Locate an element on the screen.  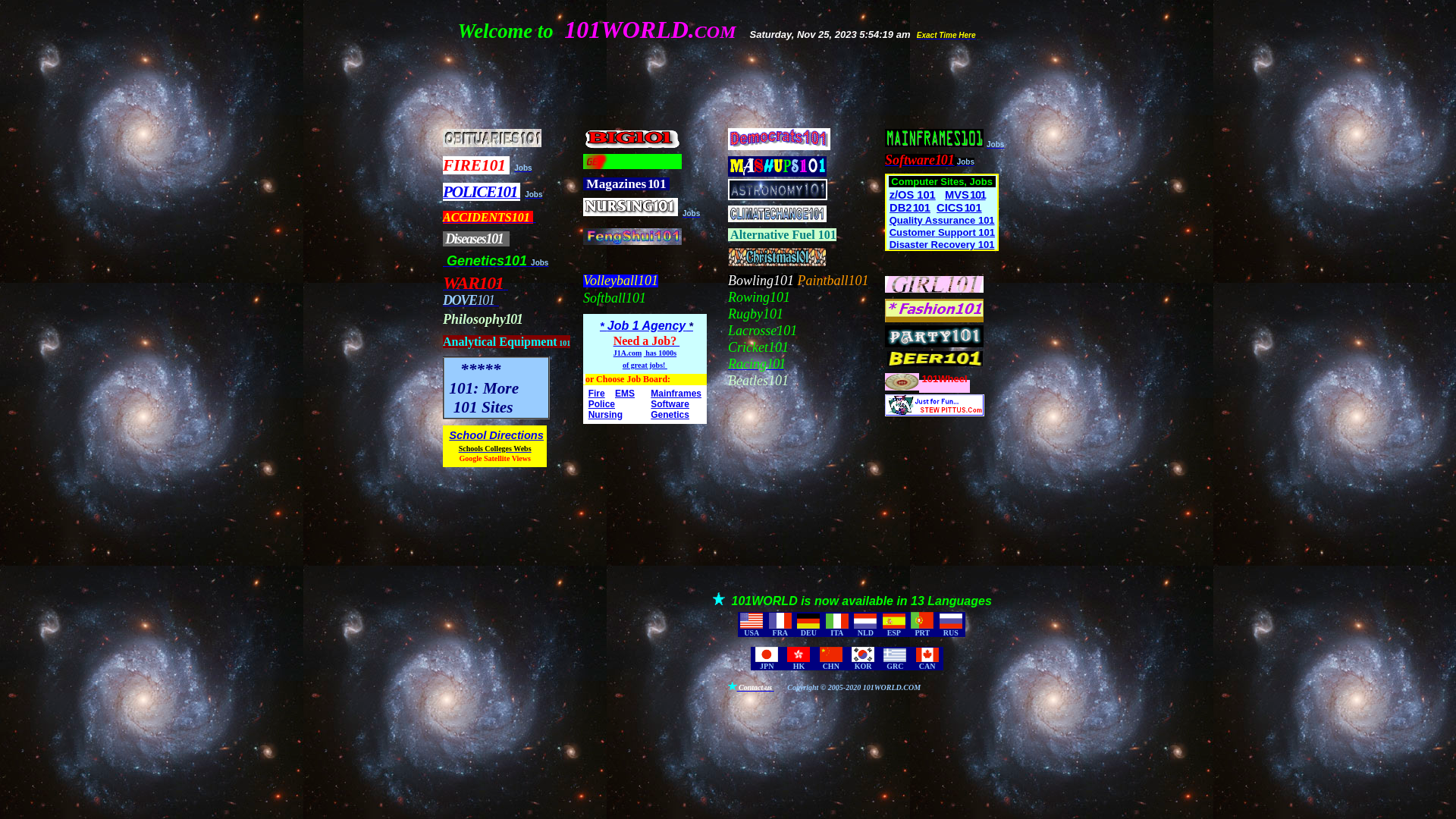
'Alternative Fuel 101' is located at coordinates (730, 234).